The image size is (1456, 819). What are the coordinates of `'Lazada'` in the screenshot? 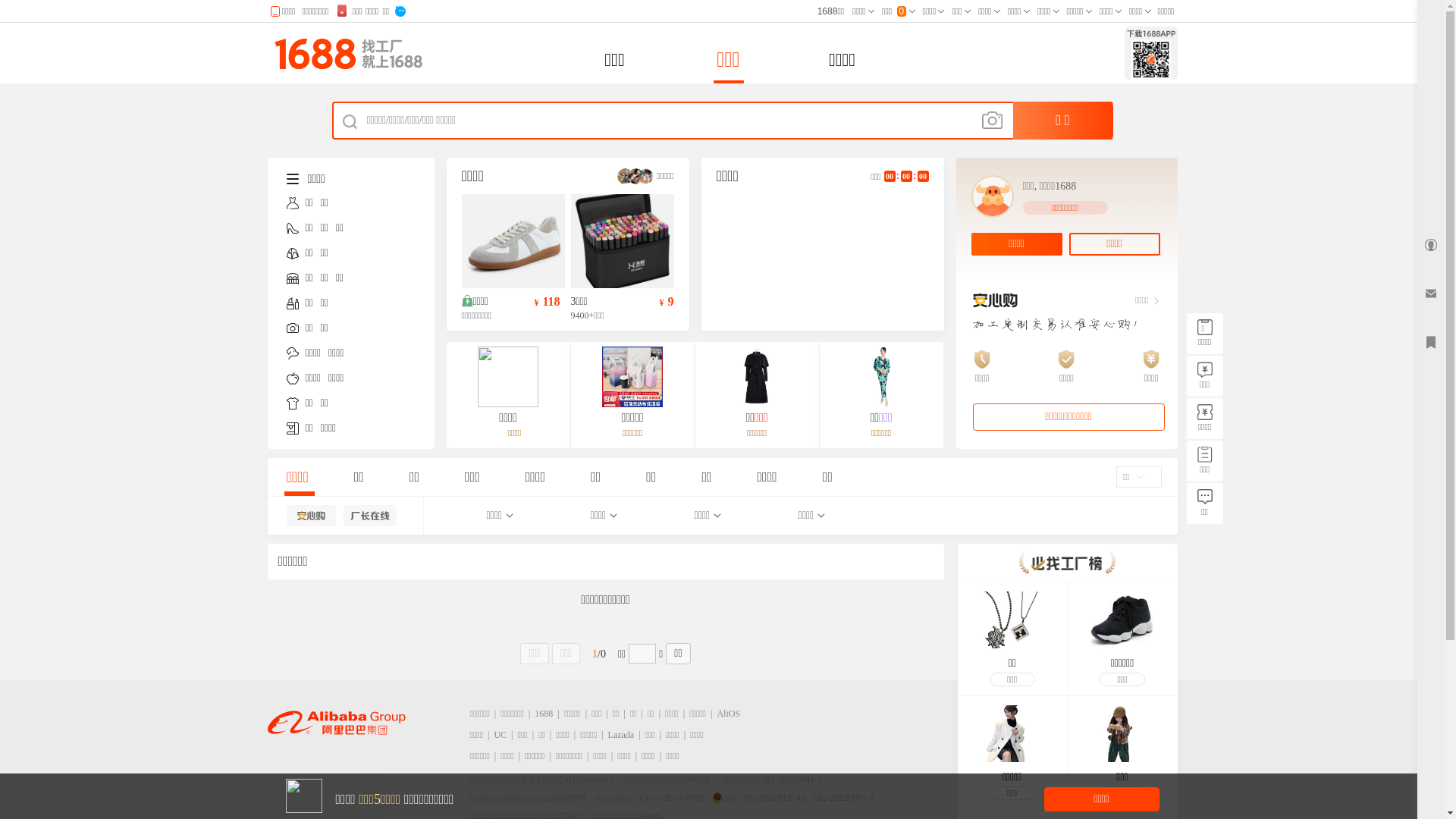 It's located at (607, 733).